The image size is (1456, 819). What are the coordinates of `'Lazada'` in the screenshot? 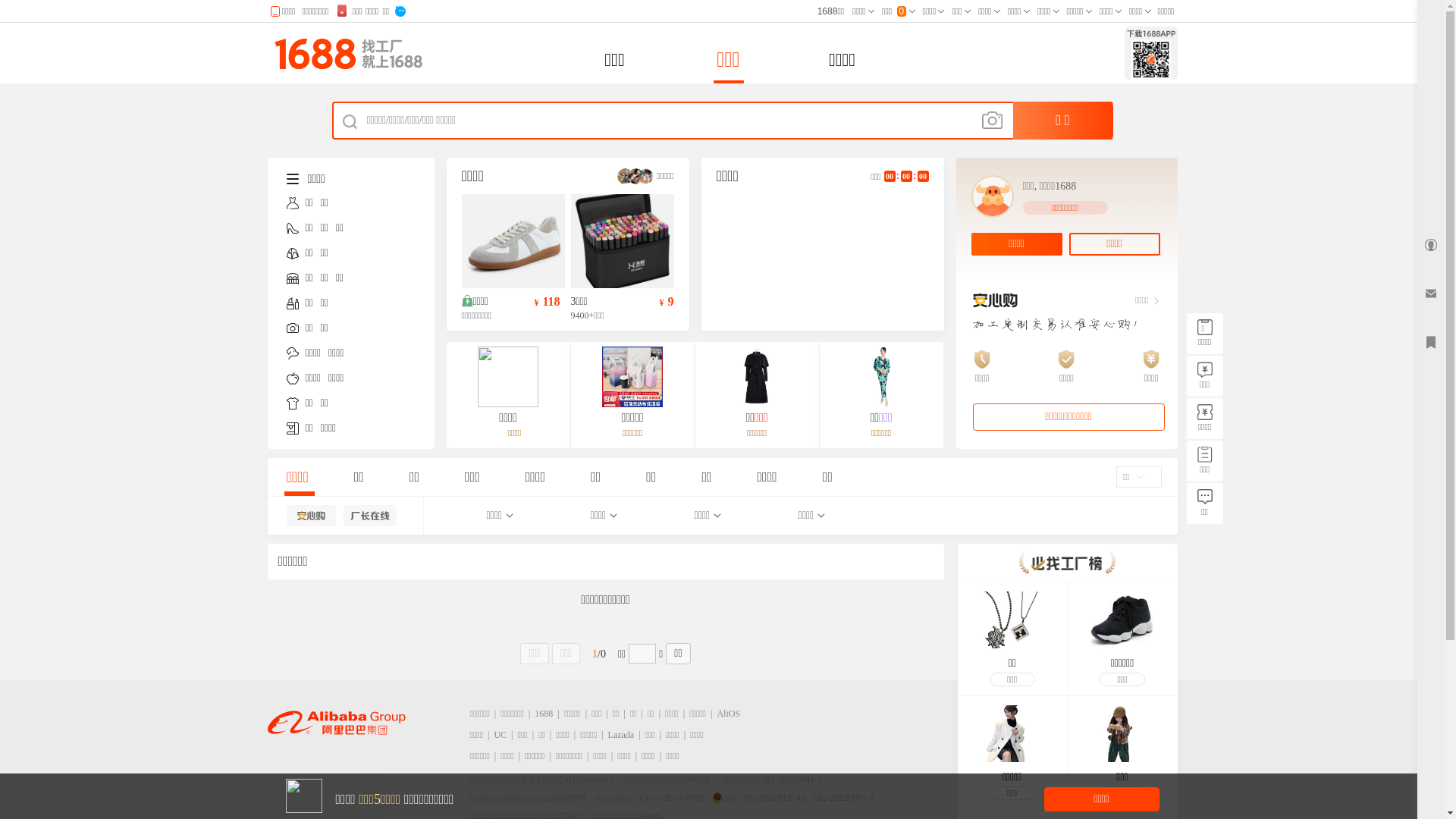 It's located at (607, 733).